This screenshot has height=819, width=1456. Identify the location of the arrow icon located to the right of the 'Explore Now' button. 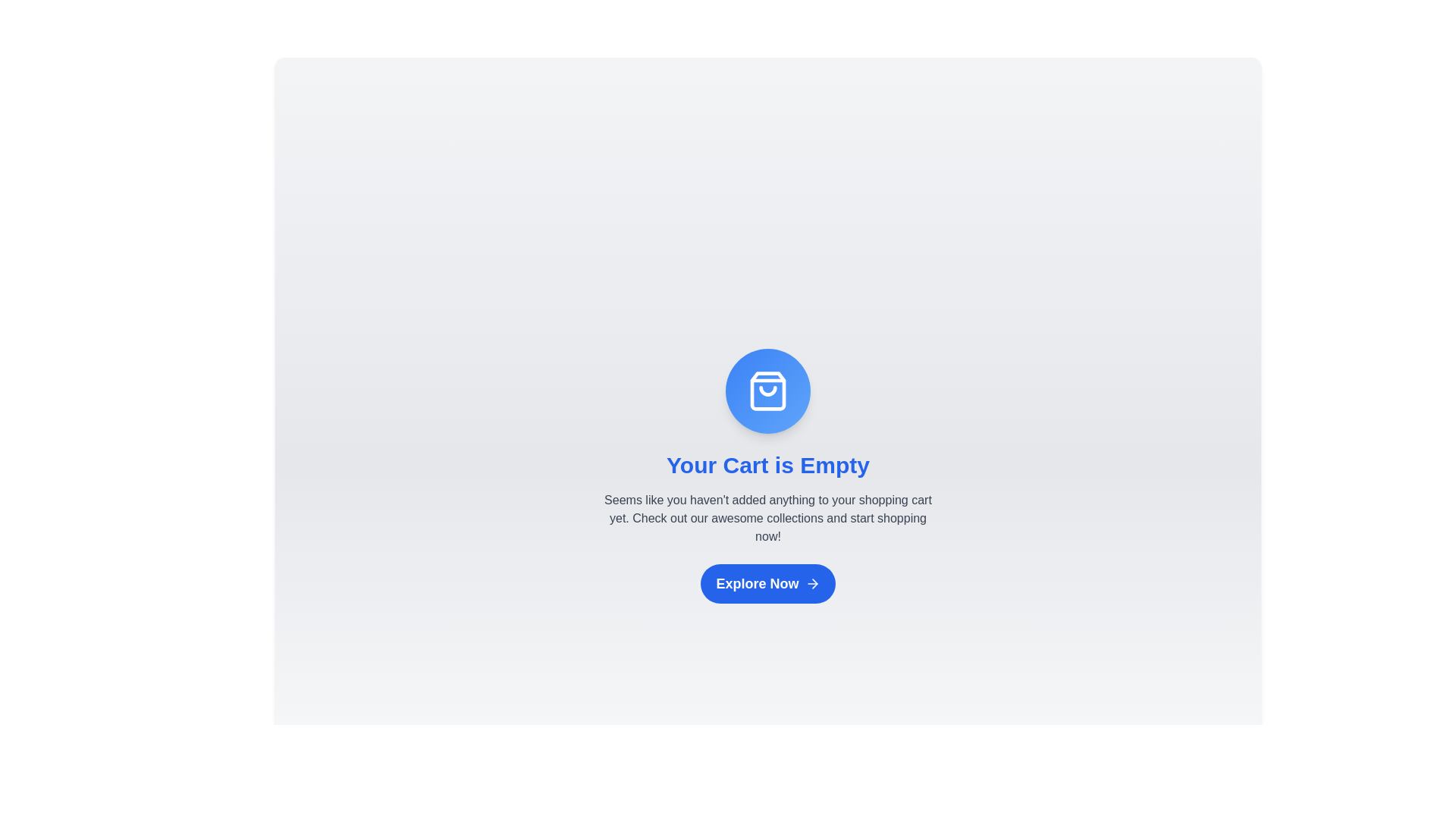
(814, 583).